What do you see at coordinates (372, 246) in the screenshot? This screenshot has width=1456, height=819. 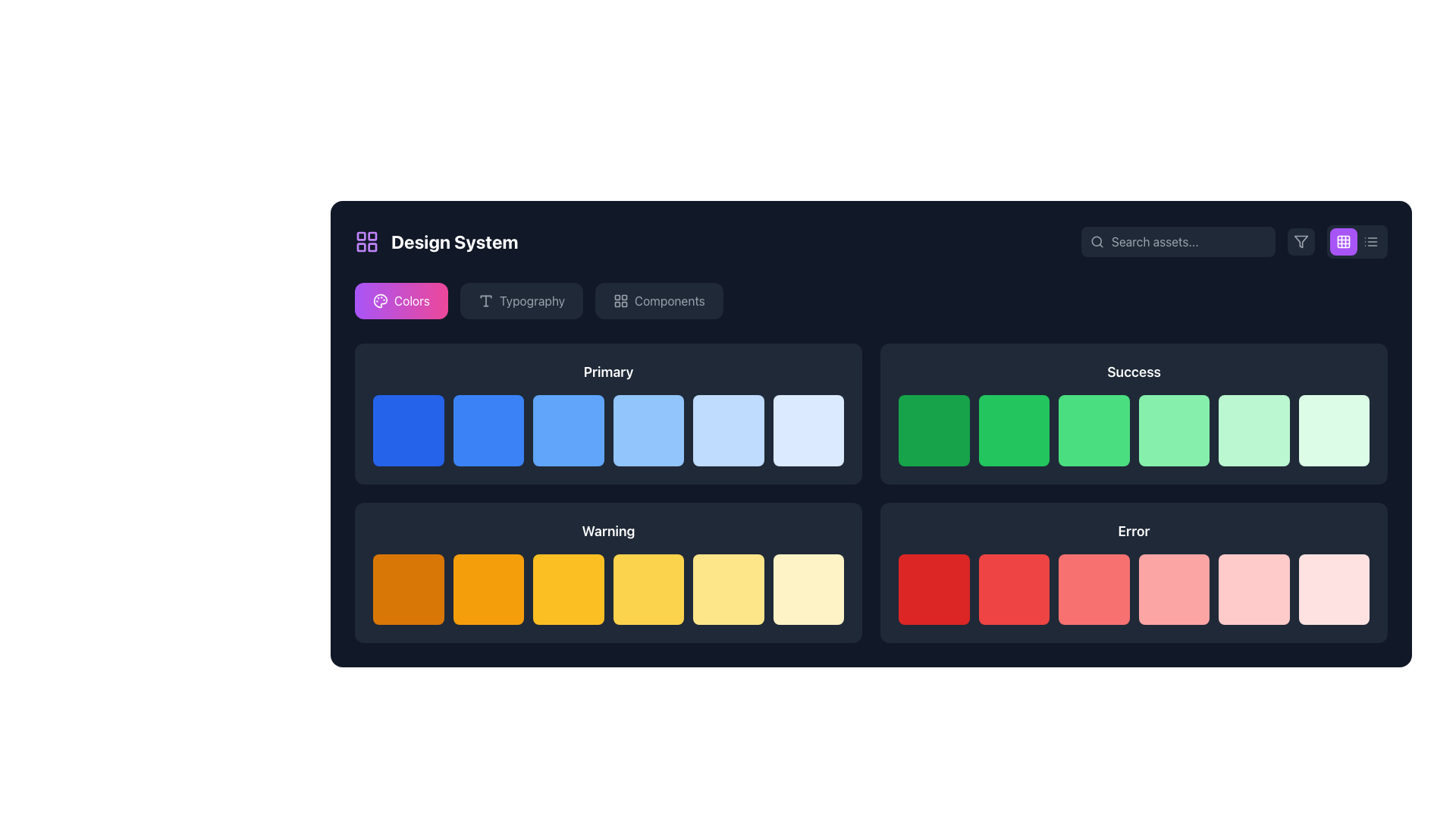 I see `the third square in the bottom-right corner of the grid-shaped icon used for navigation` at bounding box center [372, 246].